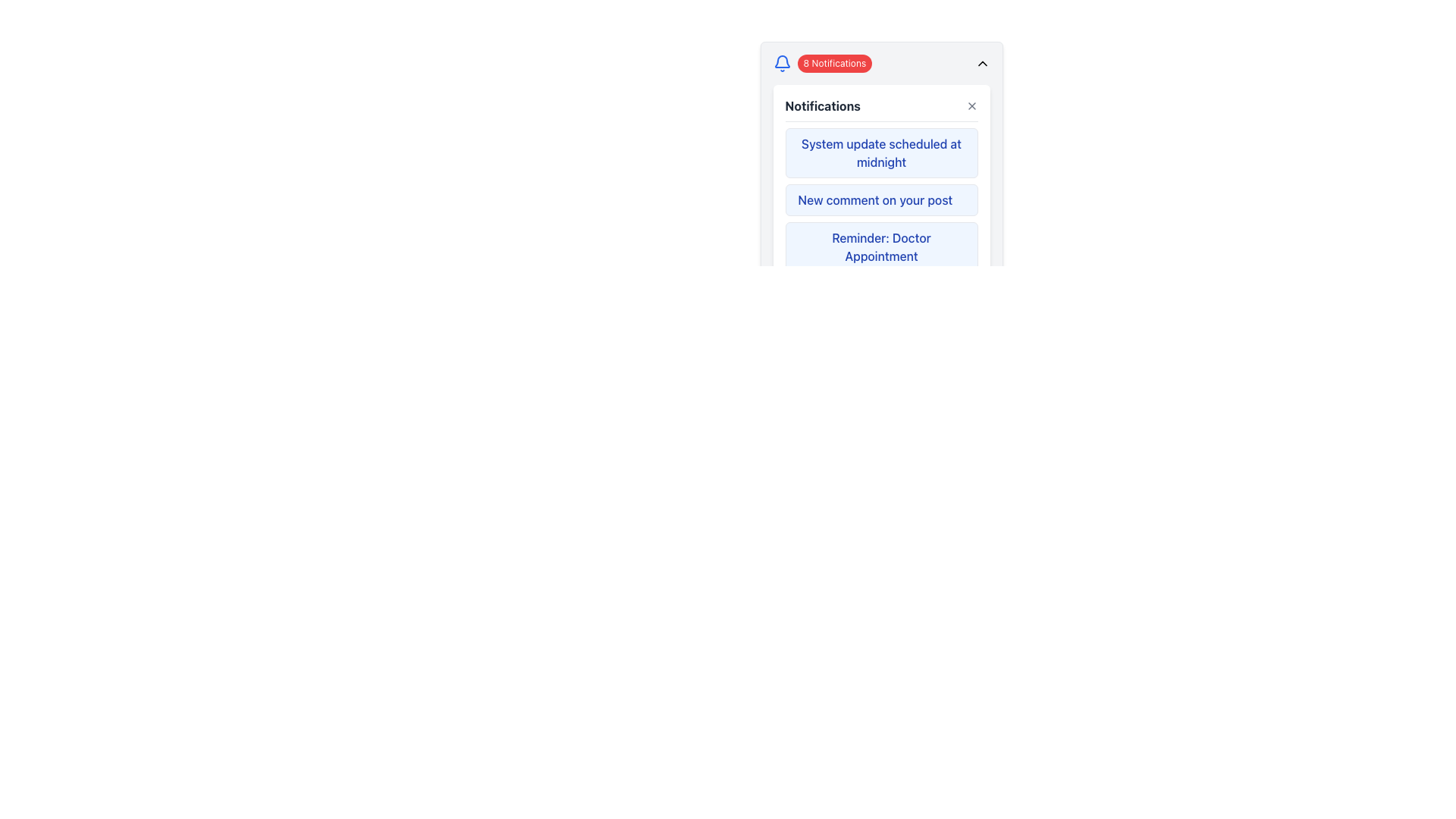 The height and width of the screenshot is (819, 1456). I want to click on the close button located at the top-right corner of the notification panel, which dismisses the notifications interface, so click(971, 105).